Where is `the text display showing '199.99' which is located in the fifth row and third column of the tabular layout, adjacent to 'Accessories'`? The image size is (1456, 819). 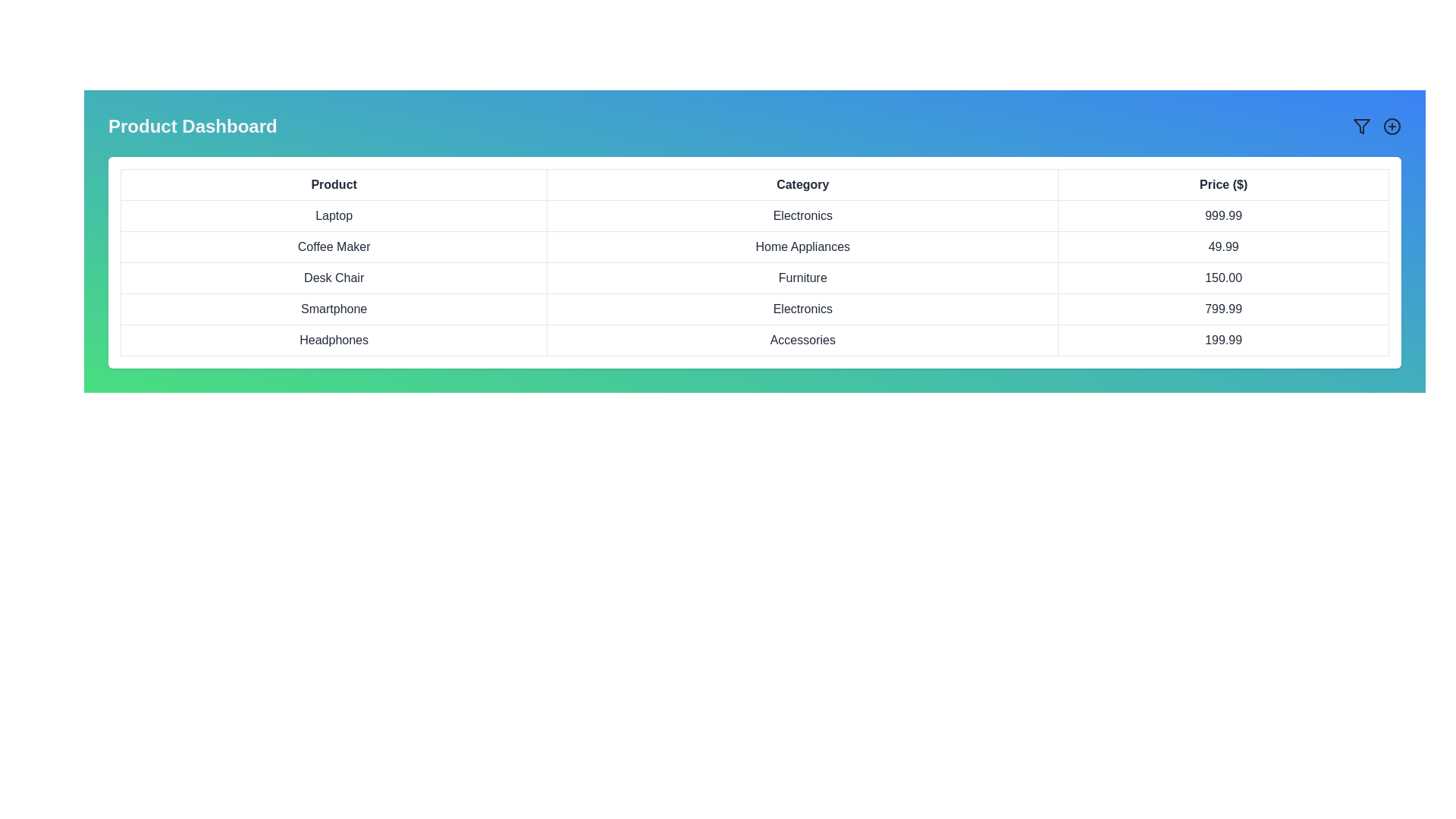
the text display showing '199.99' which is located in the fifth row and third column of the tabular layout, adjacent to 'Accessories' is located at coordinates (1223, 339).